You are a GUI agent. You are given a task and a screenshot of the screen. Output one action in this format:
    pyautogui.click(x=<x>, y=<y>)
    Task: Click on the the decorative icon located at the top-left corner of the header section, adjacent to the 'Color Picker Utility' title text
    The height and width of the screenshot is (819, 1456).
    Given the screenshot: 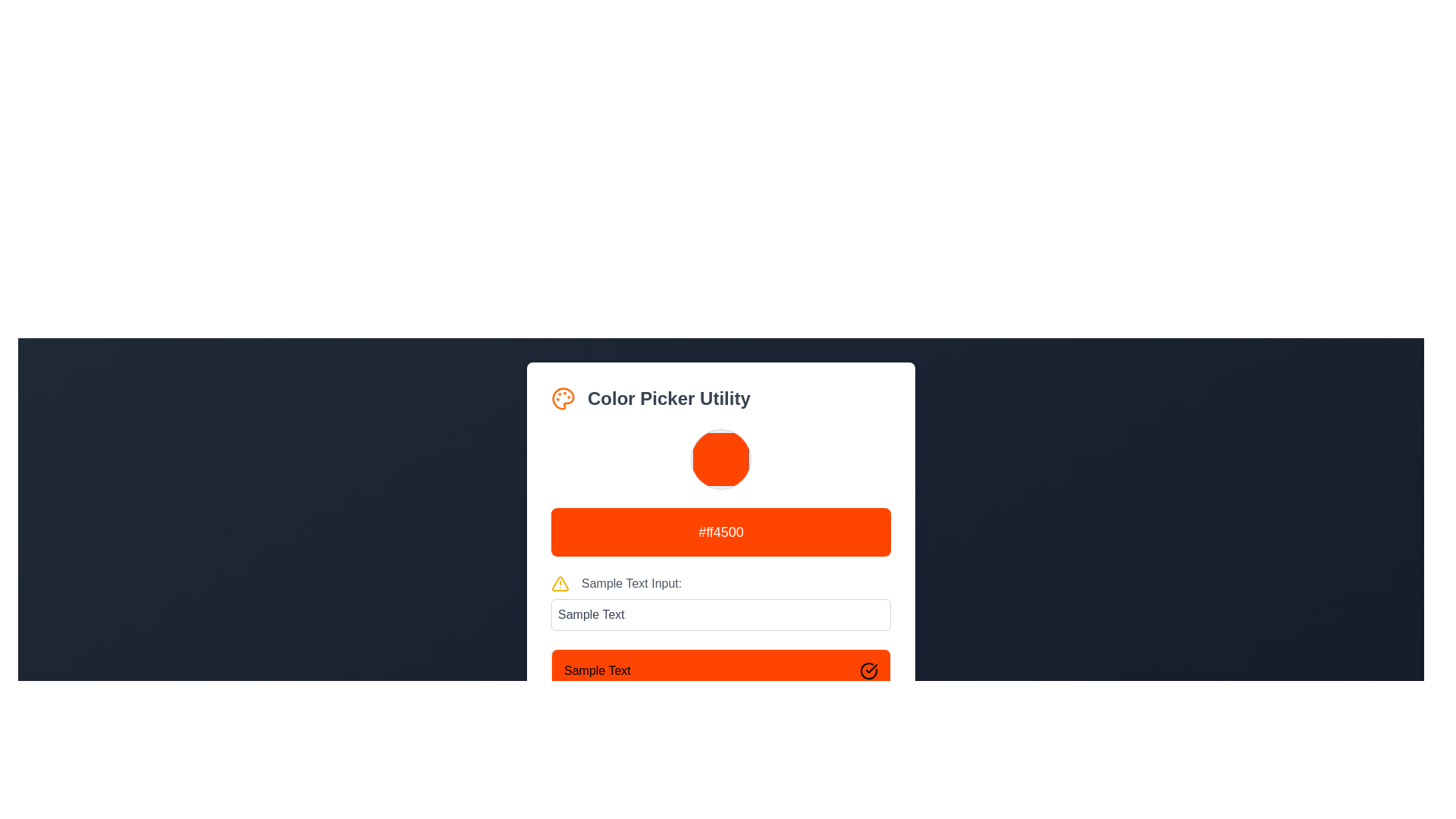 What is the action you would take?
    pyautogui.click(x=563, y=397)
    